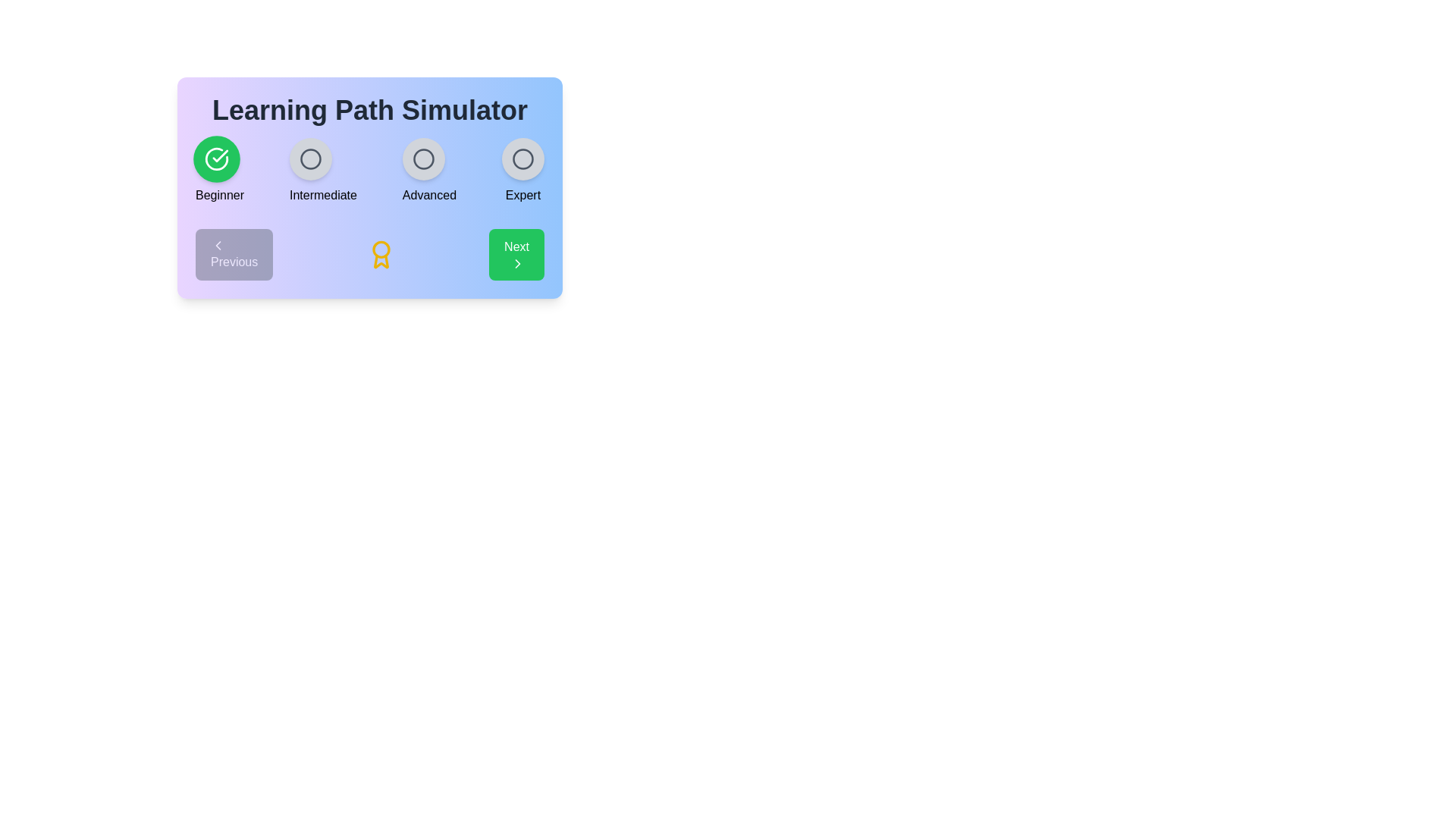  I want to click on the green 'Next' button with rounded corners to visualize tooltip effects, so click(516, 253).